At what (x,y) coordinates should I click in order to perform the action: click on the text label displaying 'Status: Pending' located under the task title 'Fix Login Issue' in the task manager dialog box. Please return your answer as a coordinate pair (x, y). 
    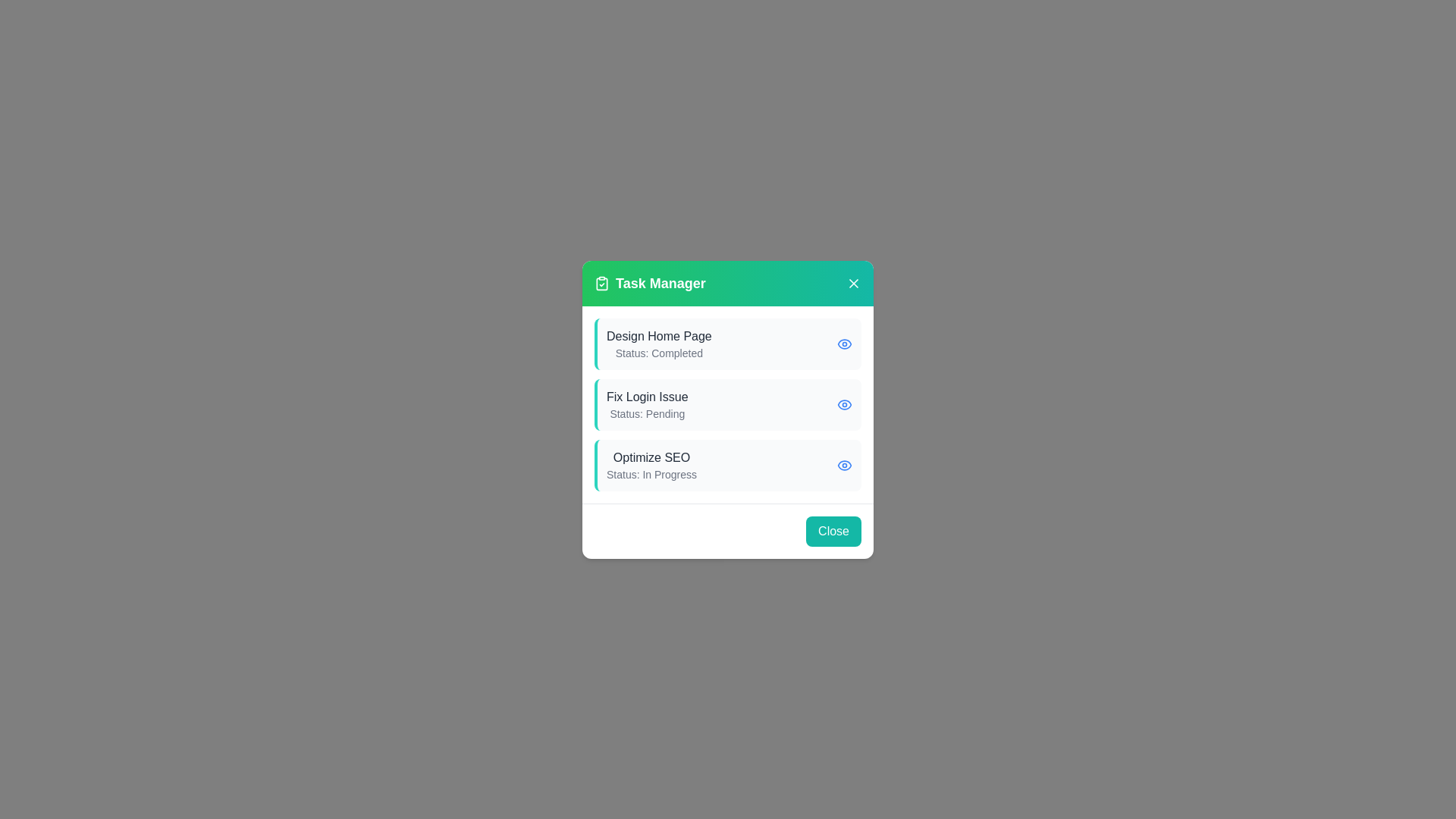
    Looking at the image, I should click on (647, 413).